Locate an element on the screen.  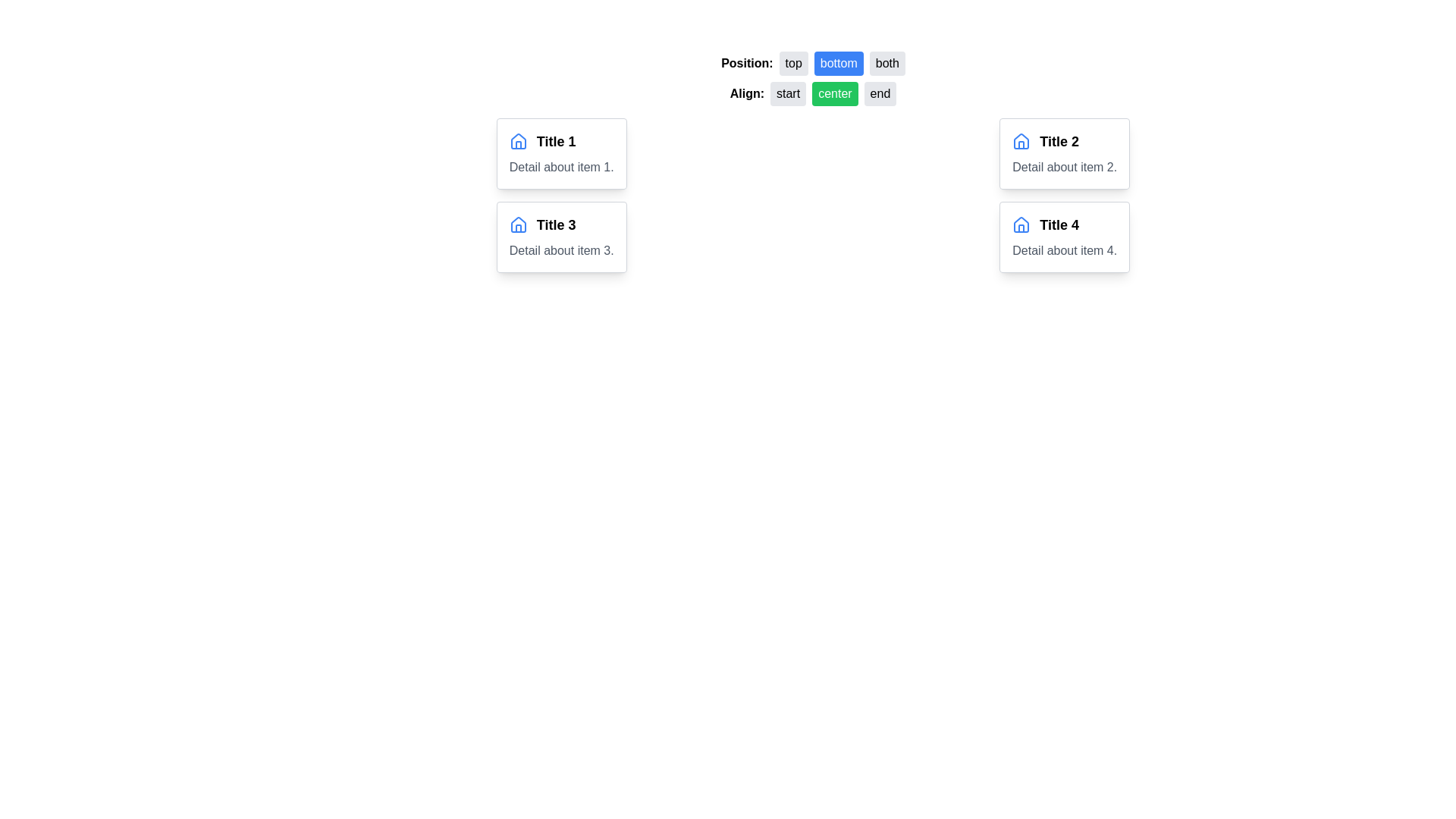
the button located between the 'top' button on the left and the 'both' button on the right, which selects the 'bottom' option in the position configuration context is located at coordinates (838, 63).